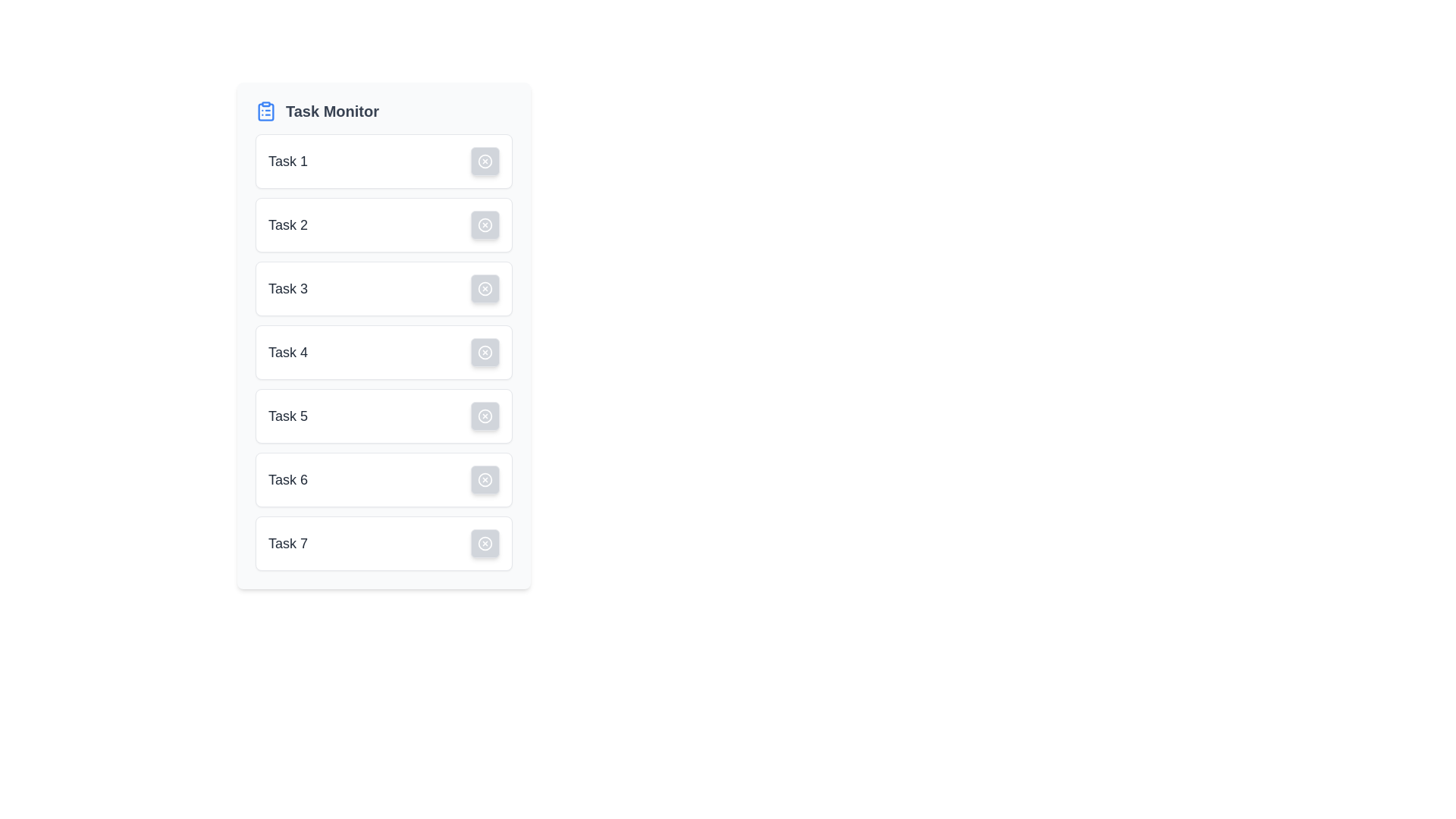  I want to click on the circular icon button with an 'X' symbol located within the 'Task 7' item in the vertical list, so click(484, 543).